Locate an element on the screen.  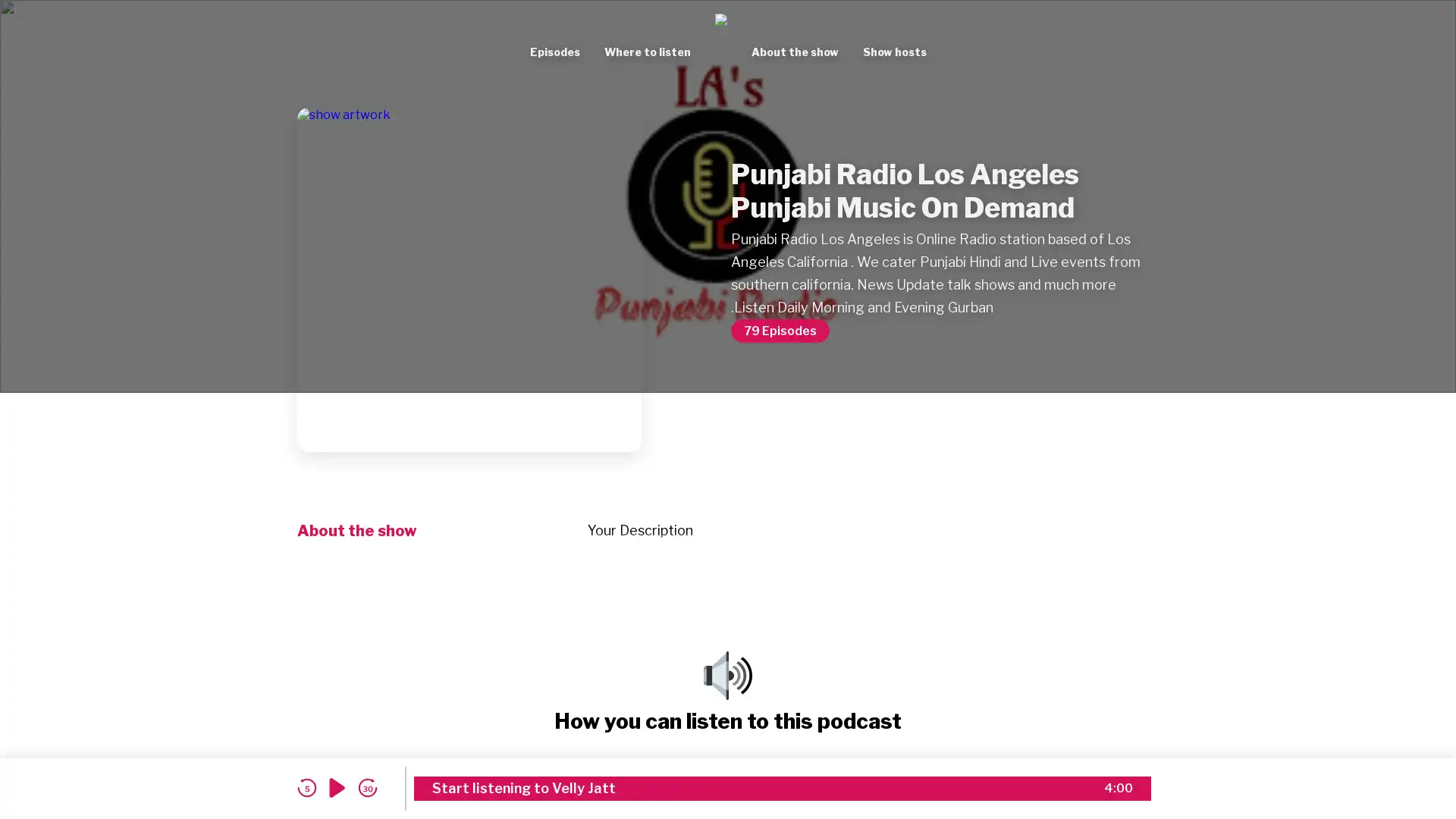
play audio is located at coordinates (337, 787).